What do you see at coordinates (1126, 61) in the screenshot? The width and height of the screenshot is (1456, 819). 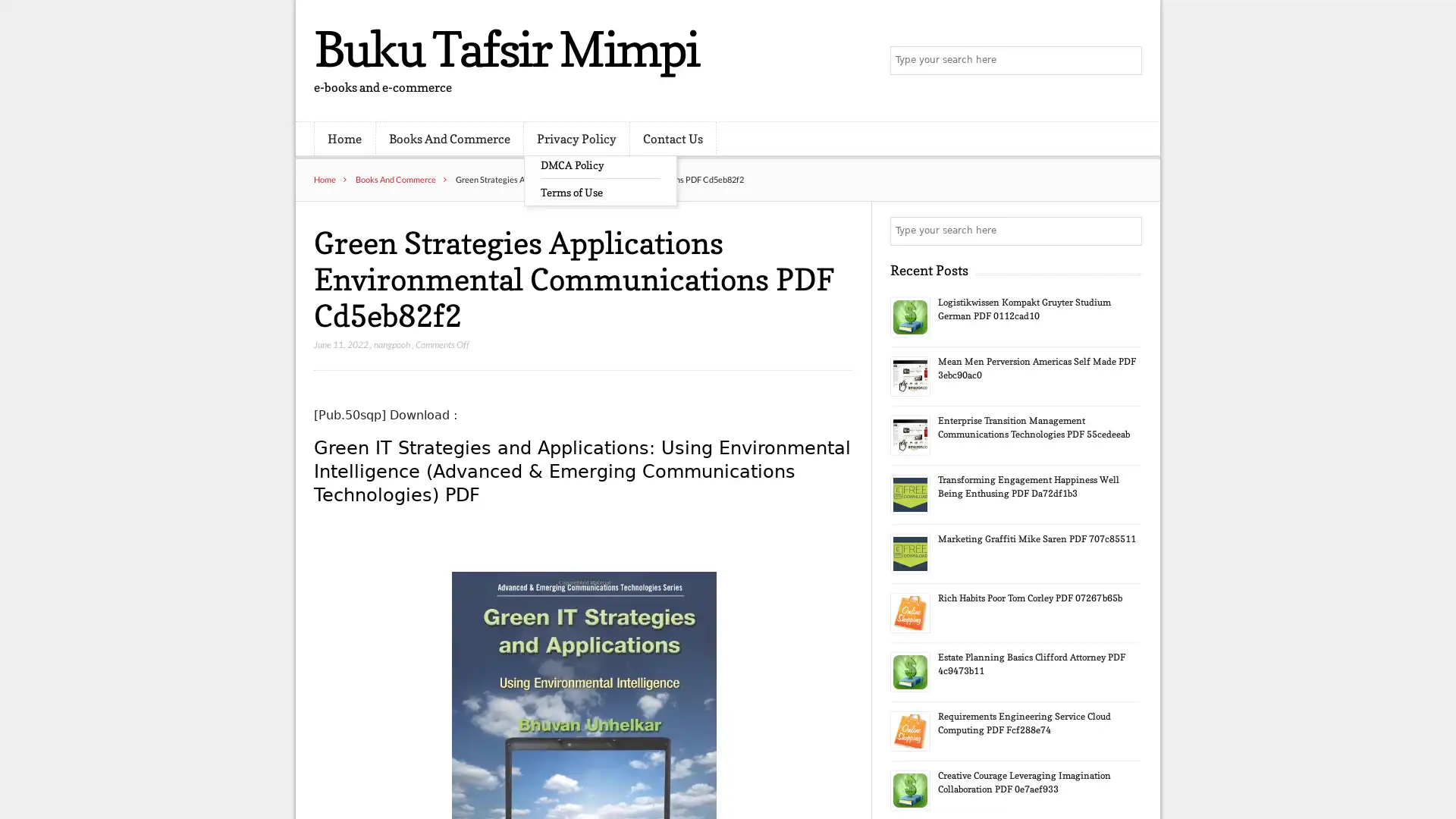 I see `Search` at bounding box center [1126, 61].